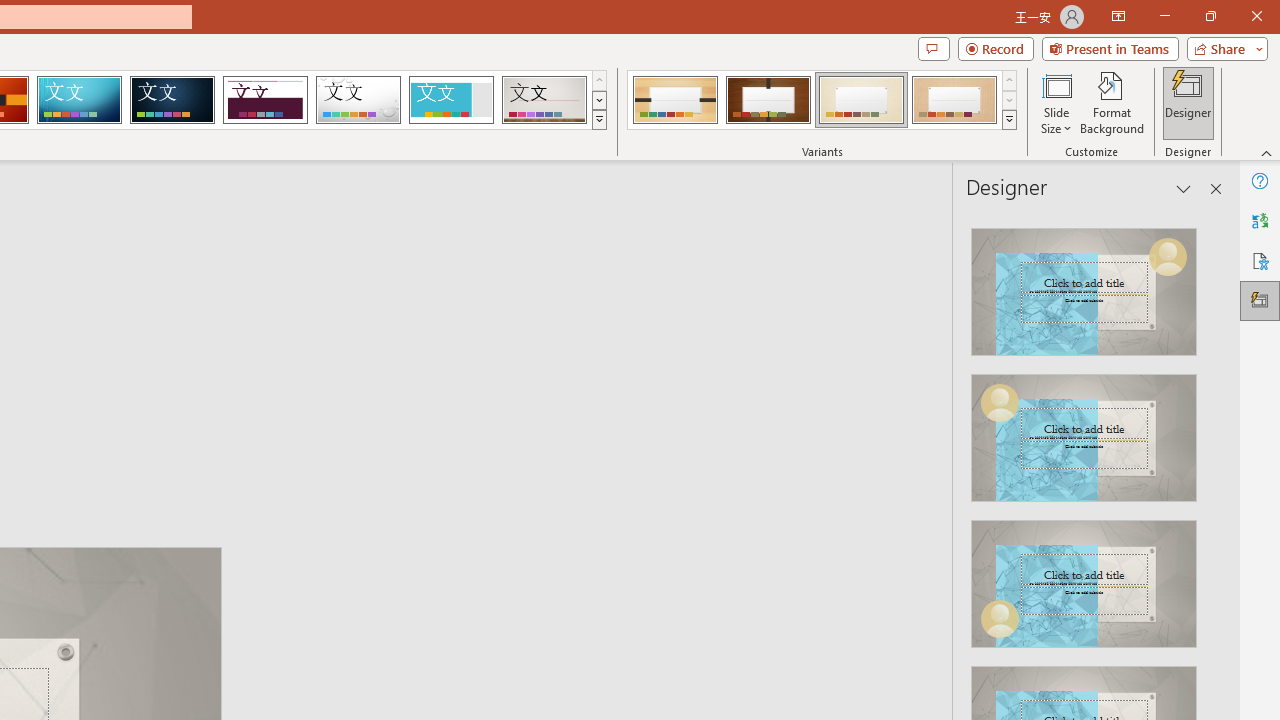  What do you see at coordinates (675, 100) in the screenshot?
I see `'Organic Variant 1'` at bounding box center [675, 100].